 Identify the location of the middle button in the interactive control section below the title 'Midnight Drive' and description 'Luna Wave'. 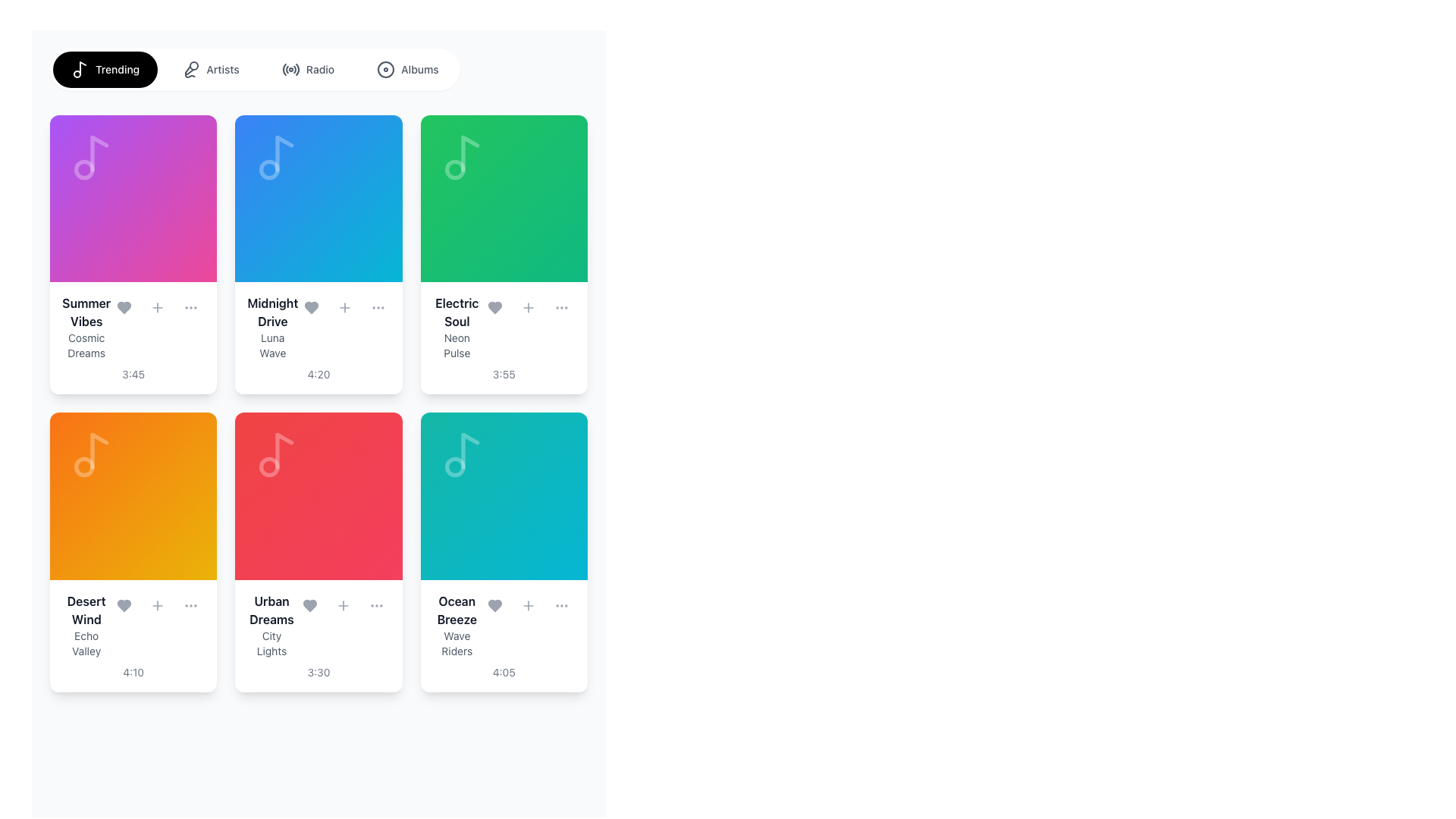
(344, 307).